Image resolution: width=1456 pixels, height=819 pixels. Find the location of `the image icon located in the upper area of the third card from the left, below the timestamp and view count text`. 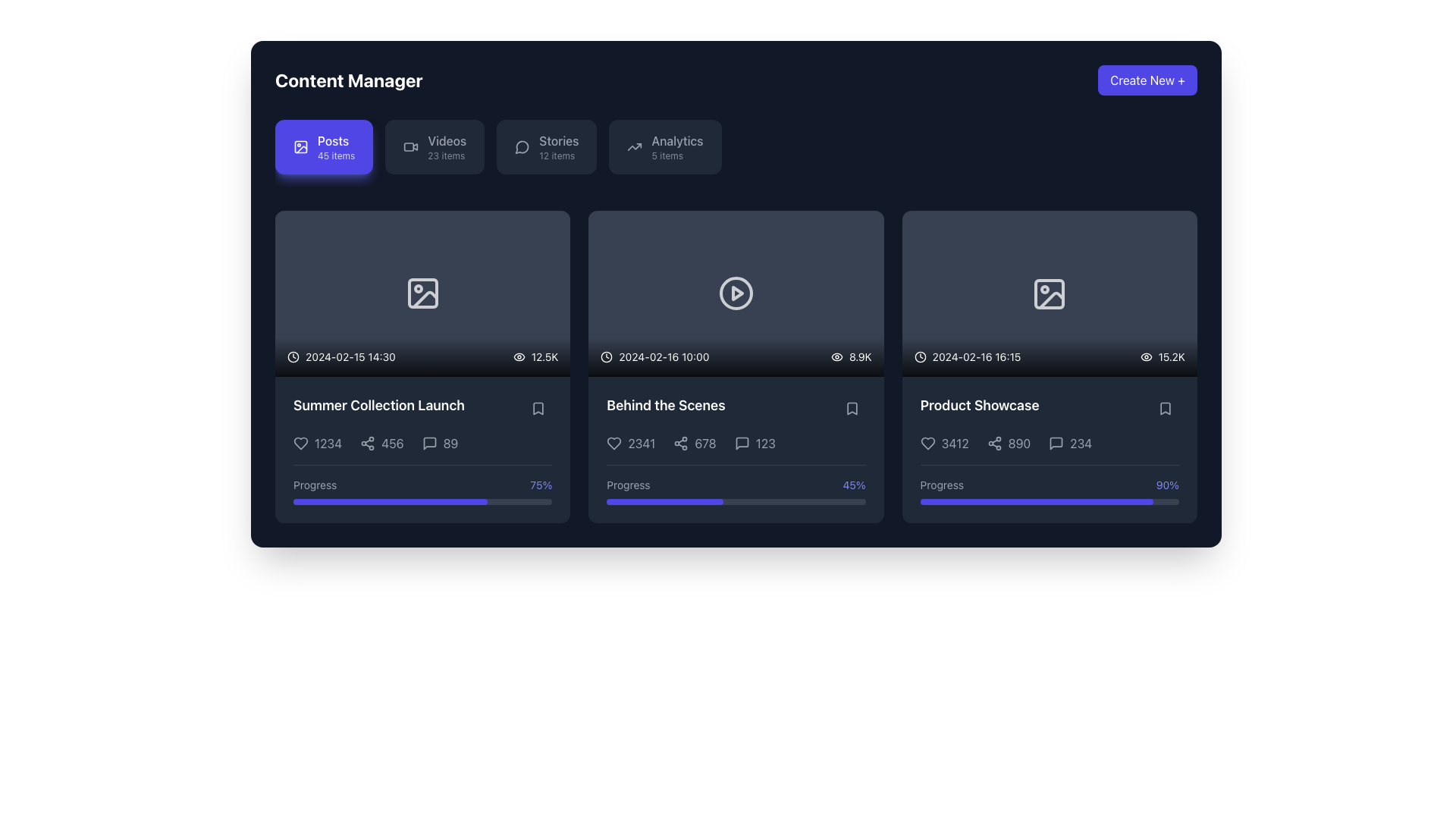

the image icon located in the upper area of the third card from the left, below the timestamp and view count text is located at coordinates (1049, 293).